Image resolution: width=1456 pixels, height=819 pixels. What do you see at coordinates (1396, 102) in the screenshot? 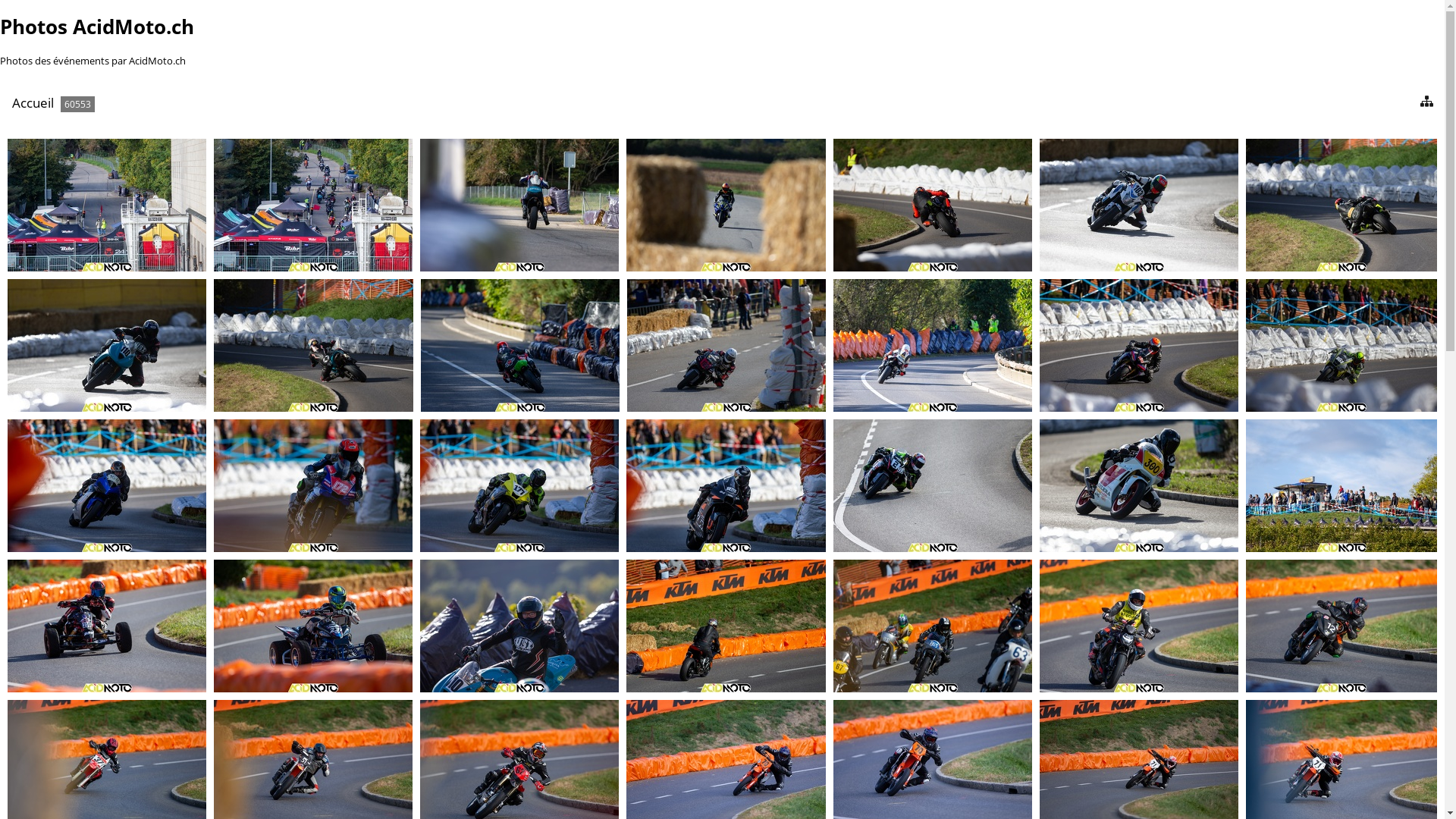
I see `'diaporama'` at bounding box center [1396, 102].